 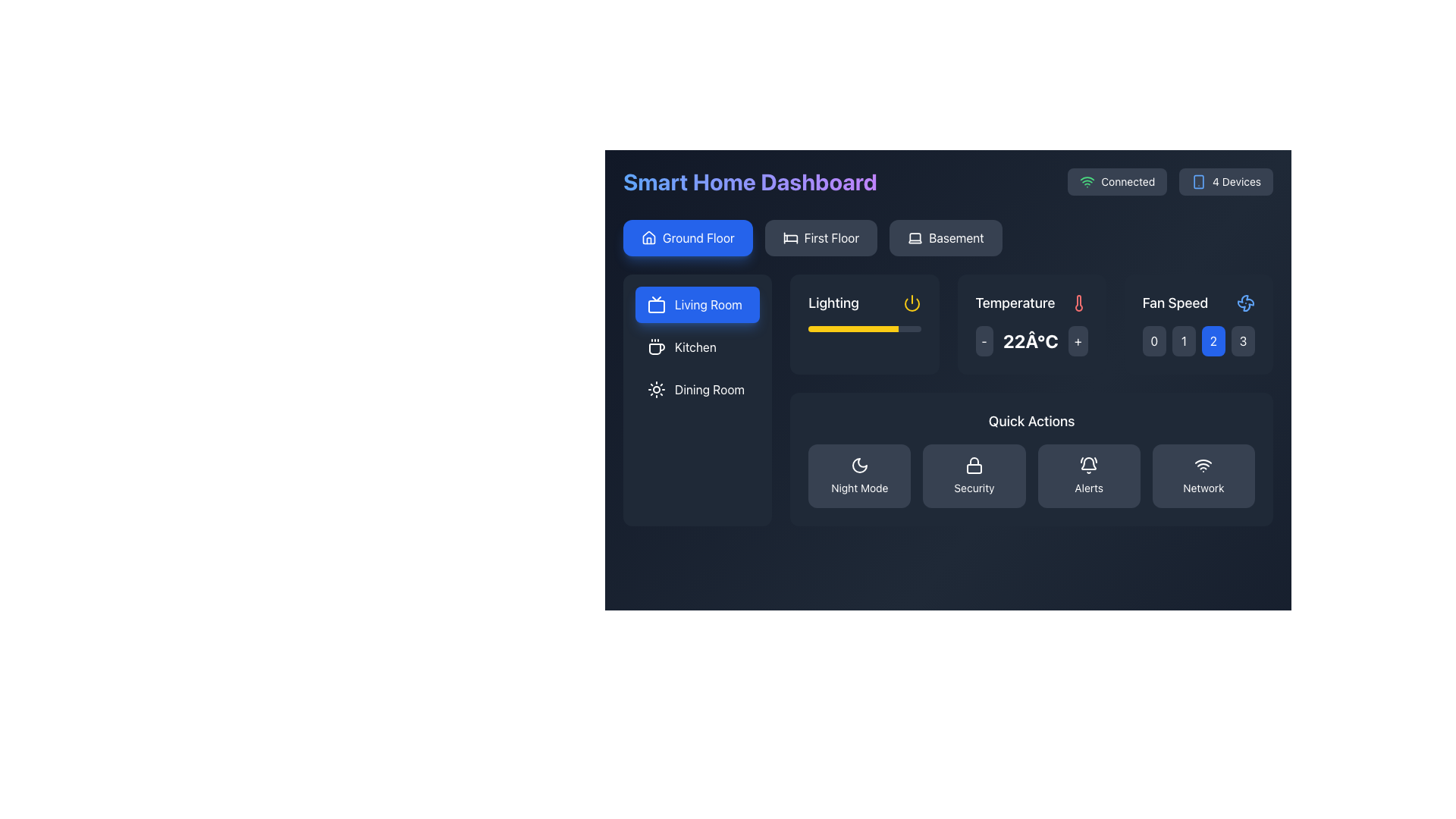 What do you see at coordinates (830, 237) in the screenshot?
I see `the 'First Floor' text label` at bounding box center [830, 237].